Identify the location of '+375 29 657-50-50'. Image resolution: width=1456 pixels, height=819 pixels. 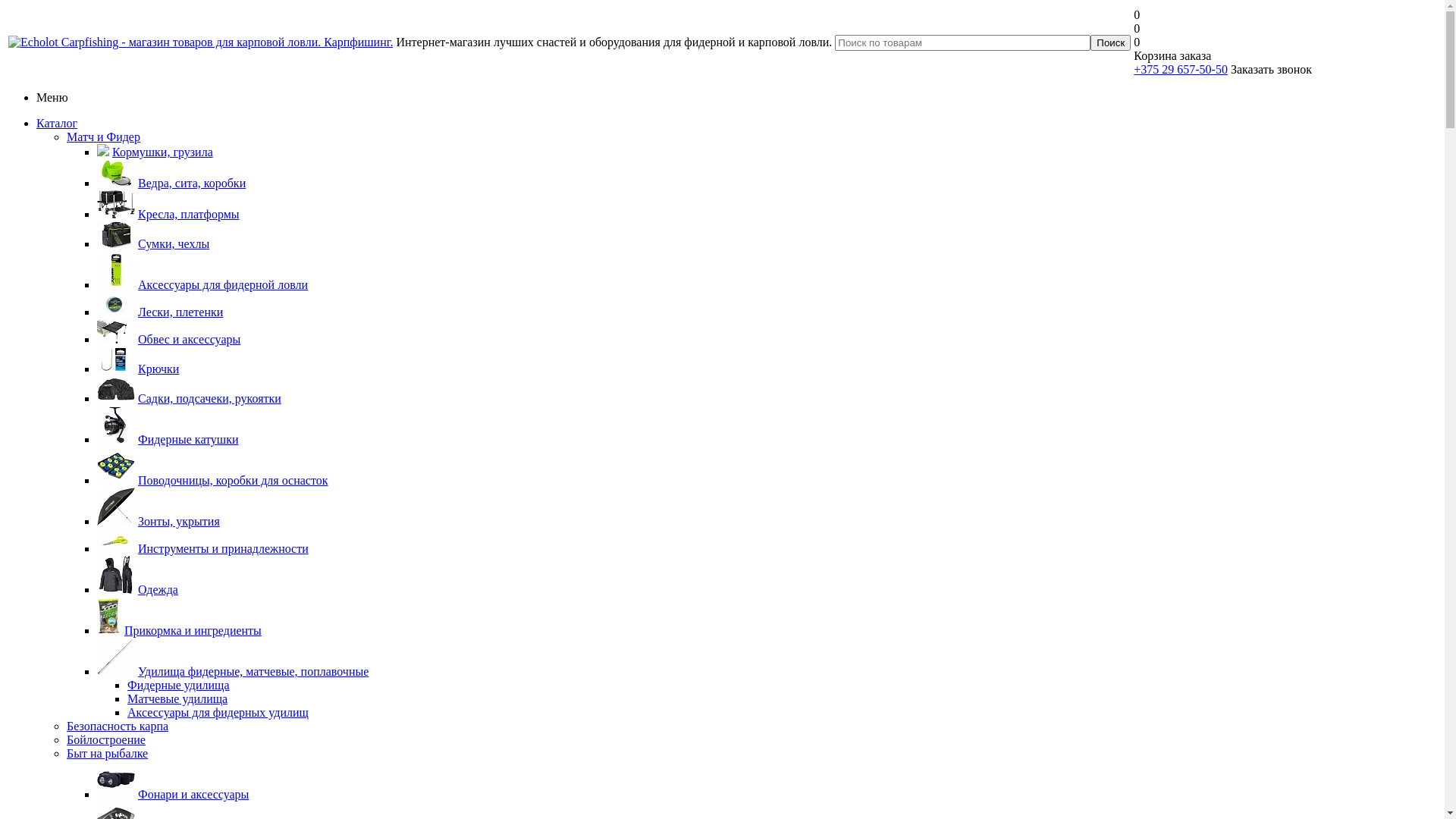
(1179, 69).